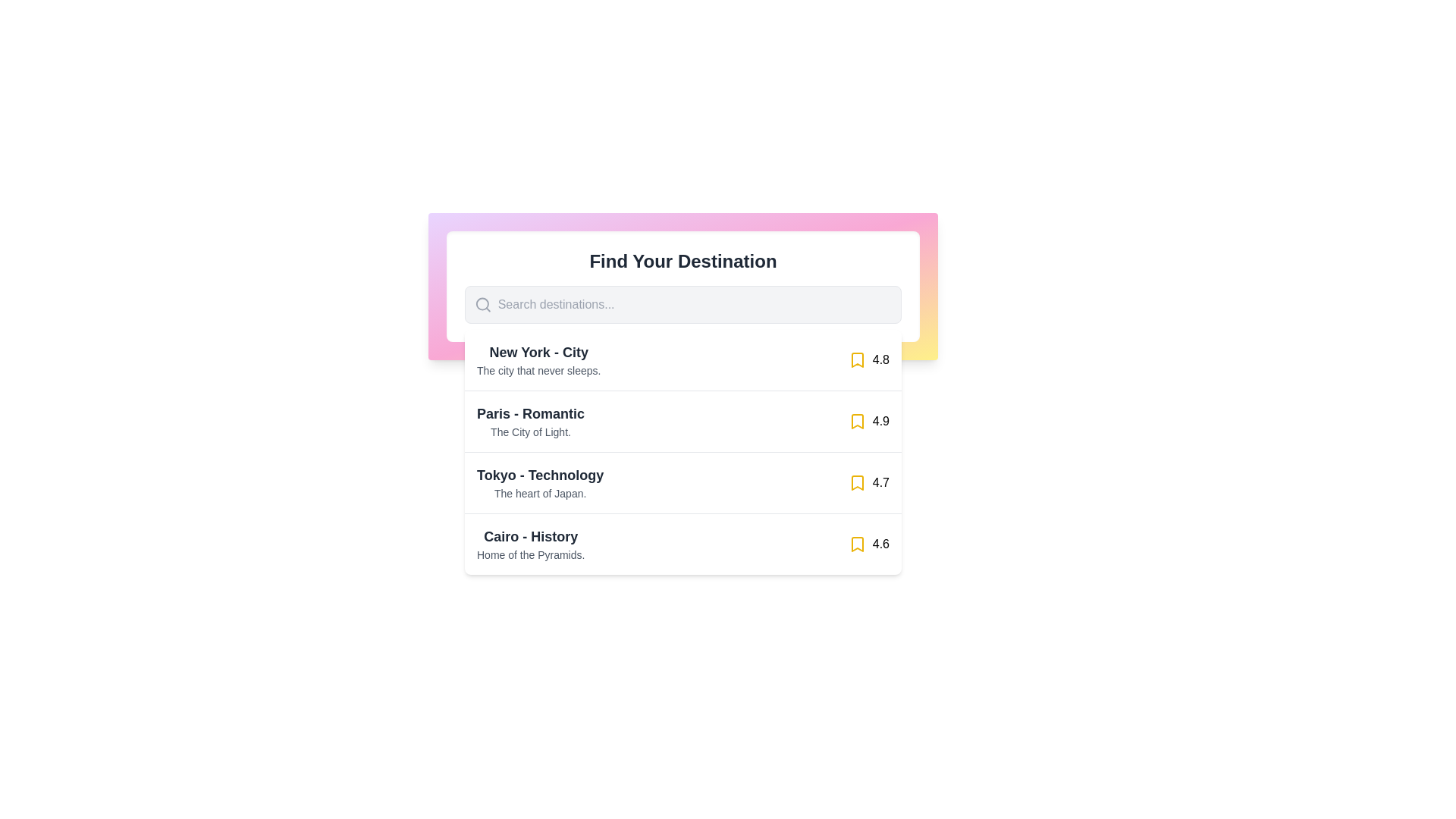  What do you see at coordinates (857, 543) in the screenshot?
I see `the yellow bookmark-shaped icon located next to the rating '4.6' in the list of destinations` at bounding box center [857, 543].